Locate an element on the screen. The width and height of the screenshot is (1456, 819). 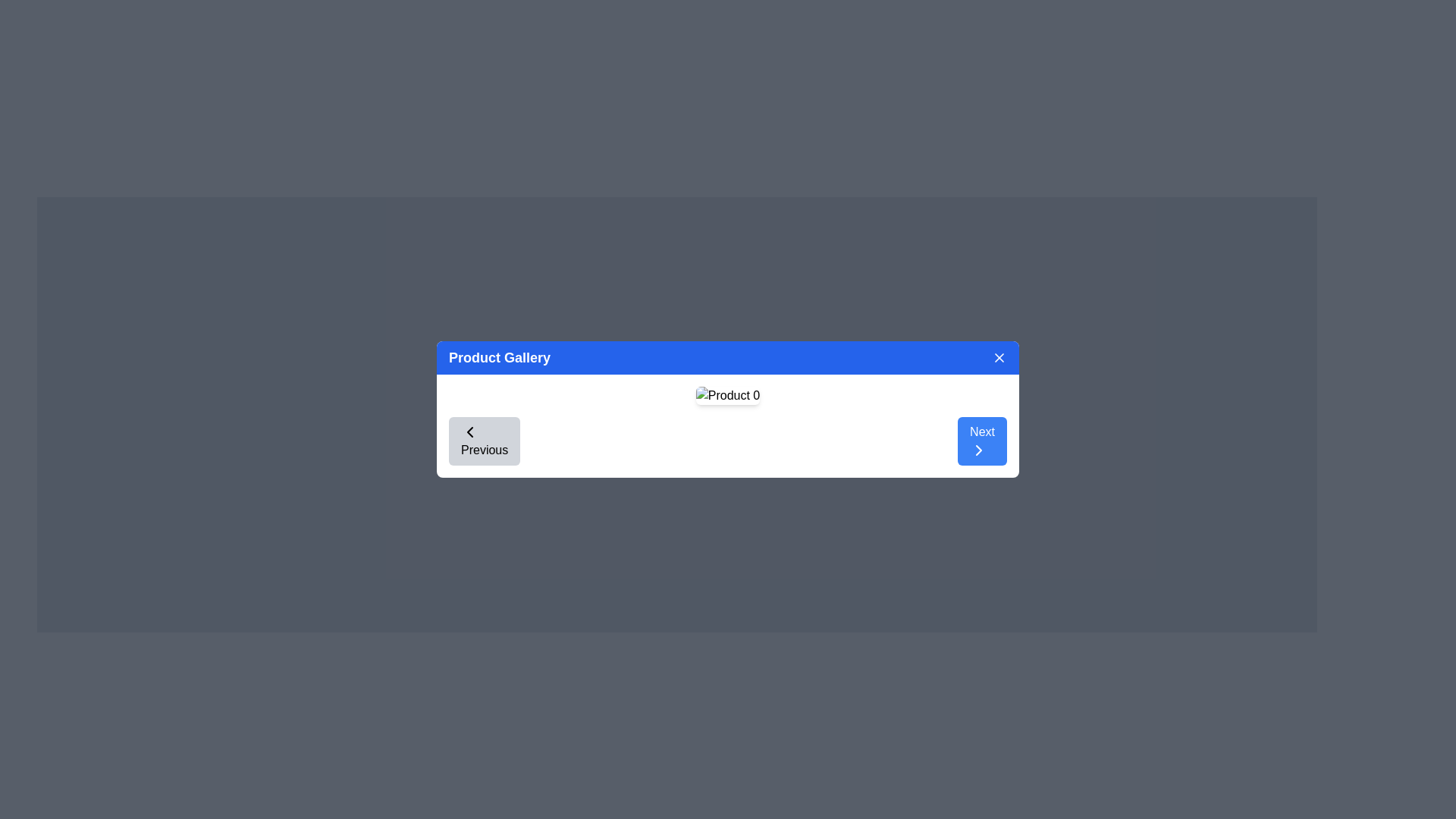
the 'Previous' button which contains the icon that signifies navigation to the previous item in a sequence is located at coordinates (469, 432).